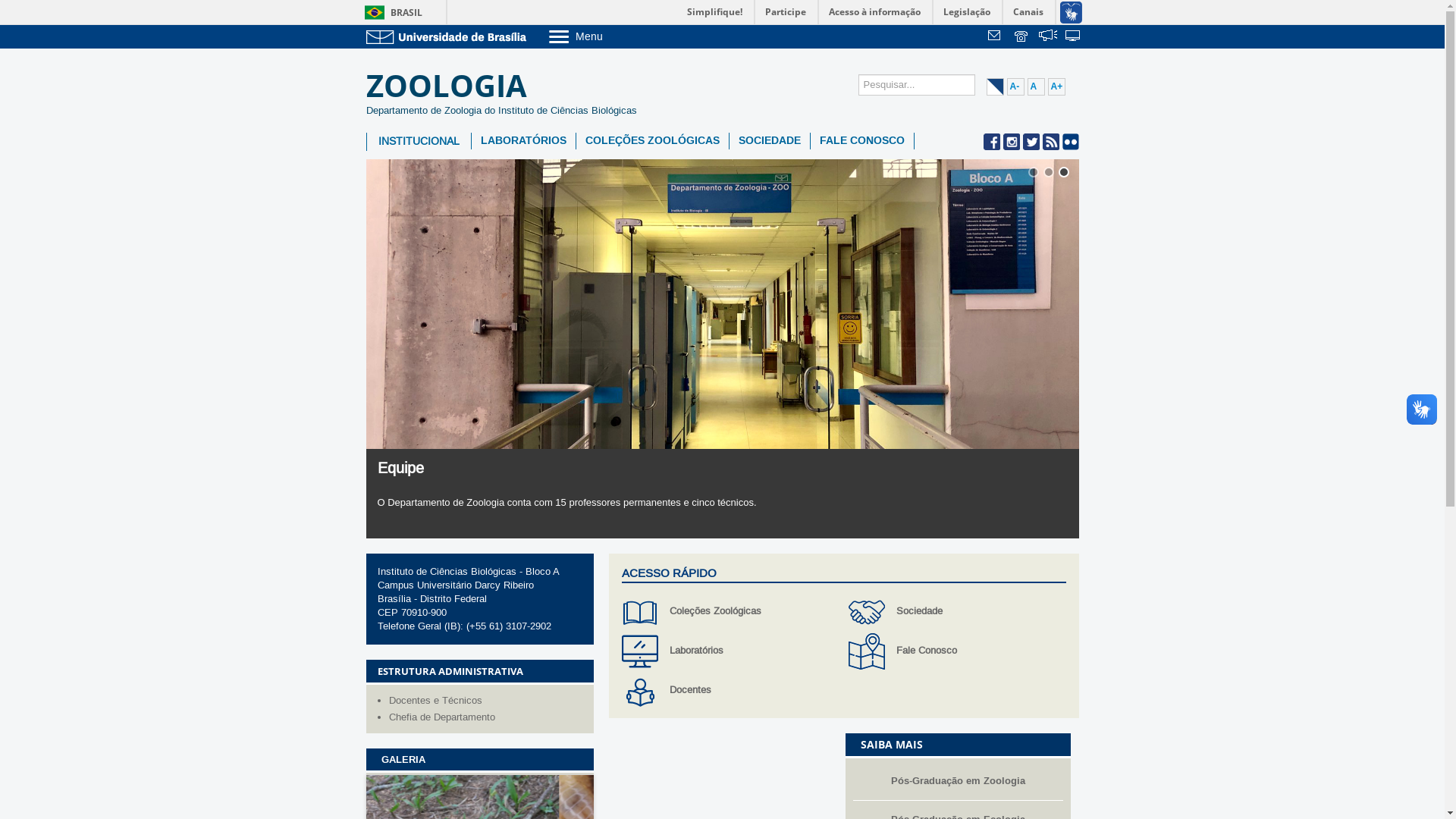 This screenshot has width=1456, height=819. I want to click on 'Menu', so click(613, 35).